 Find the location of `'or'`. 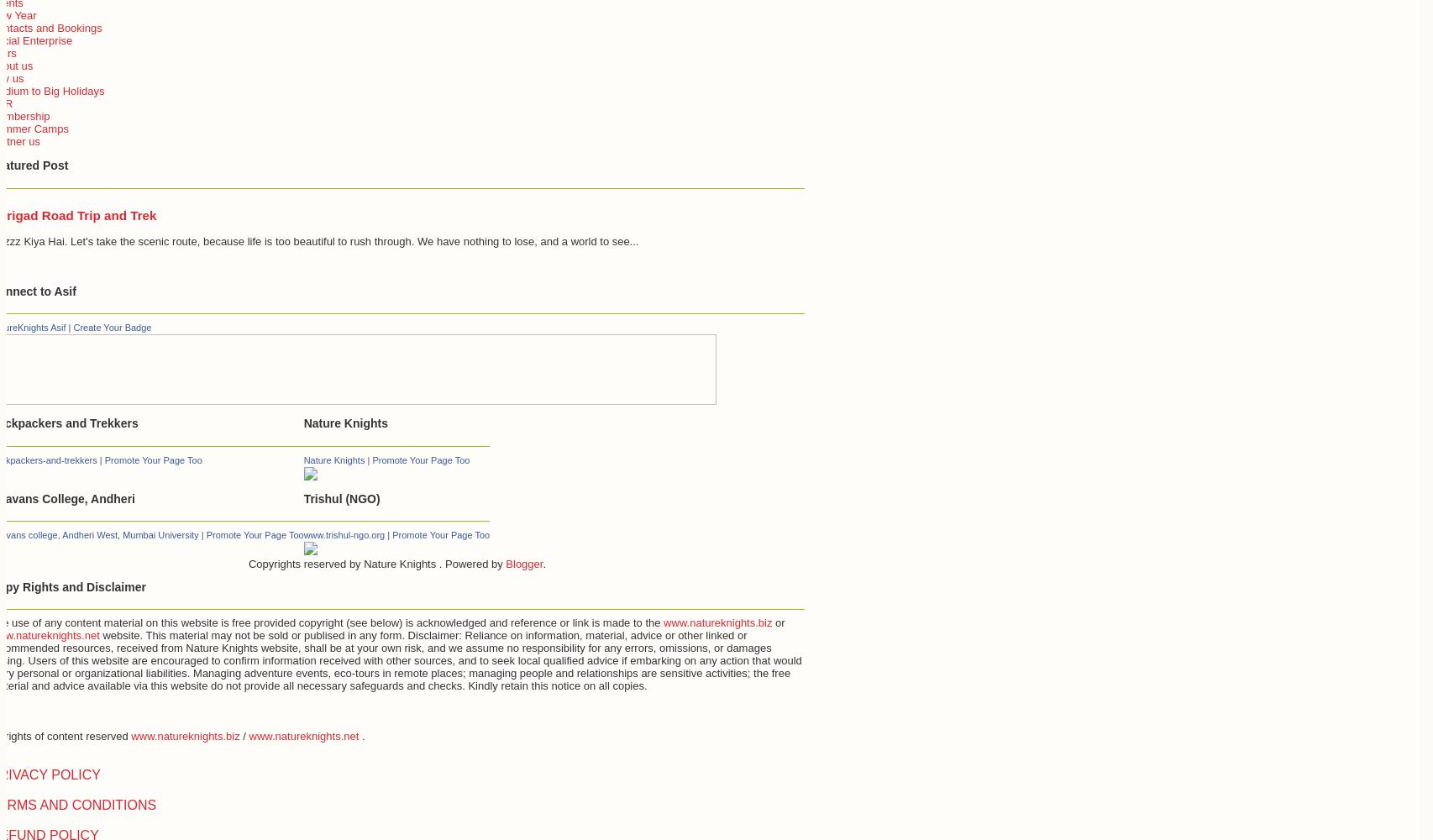

'or' is located at coordinates (778, 622).